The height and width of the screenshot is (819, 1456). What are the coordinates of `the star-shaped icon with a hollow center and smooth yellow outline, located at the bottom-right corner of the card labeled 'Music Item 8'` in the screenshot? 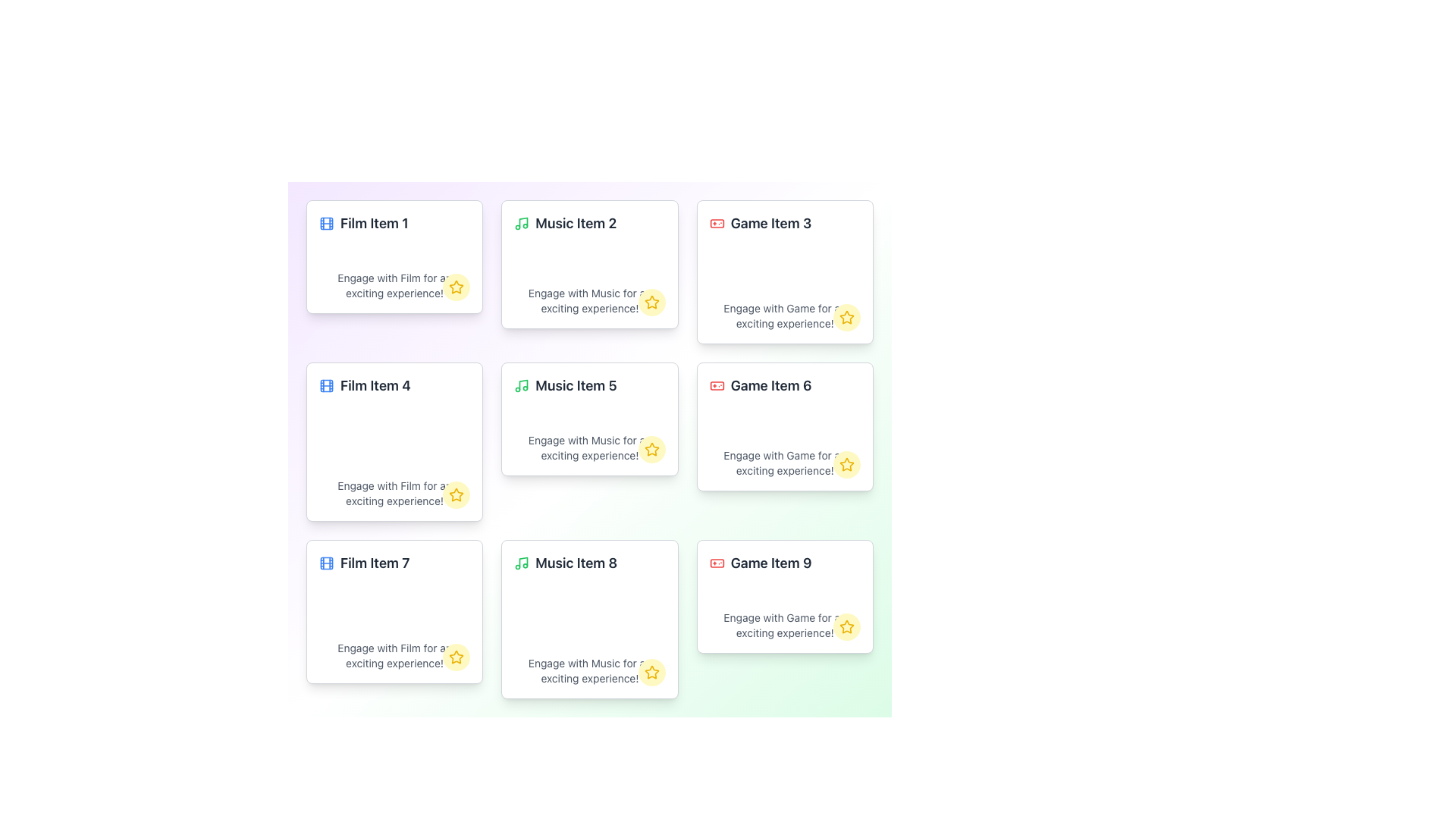 It's located at (651, 672).